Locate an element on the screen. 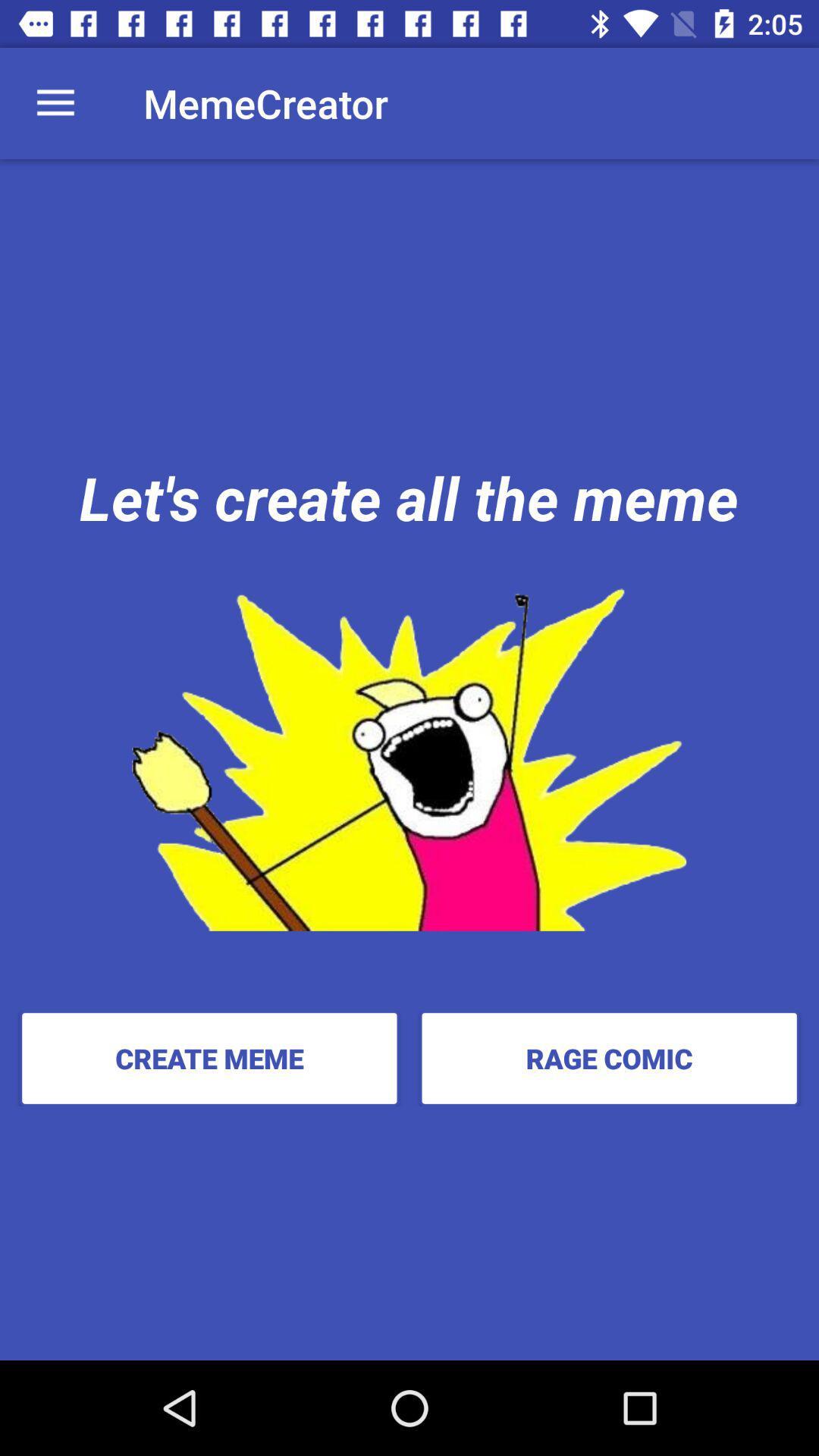  item to the left of the memecreator item is located at coordinates (55, 102).